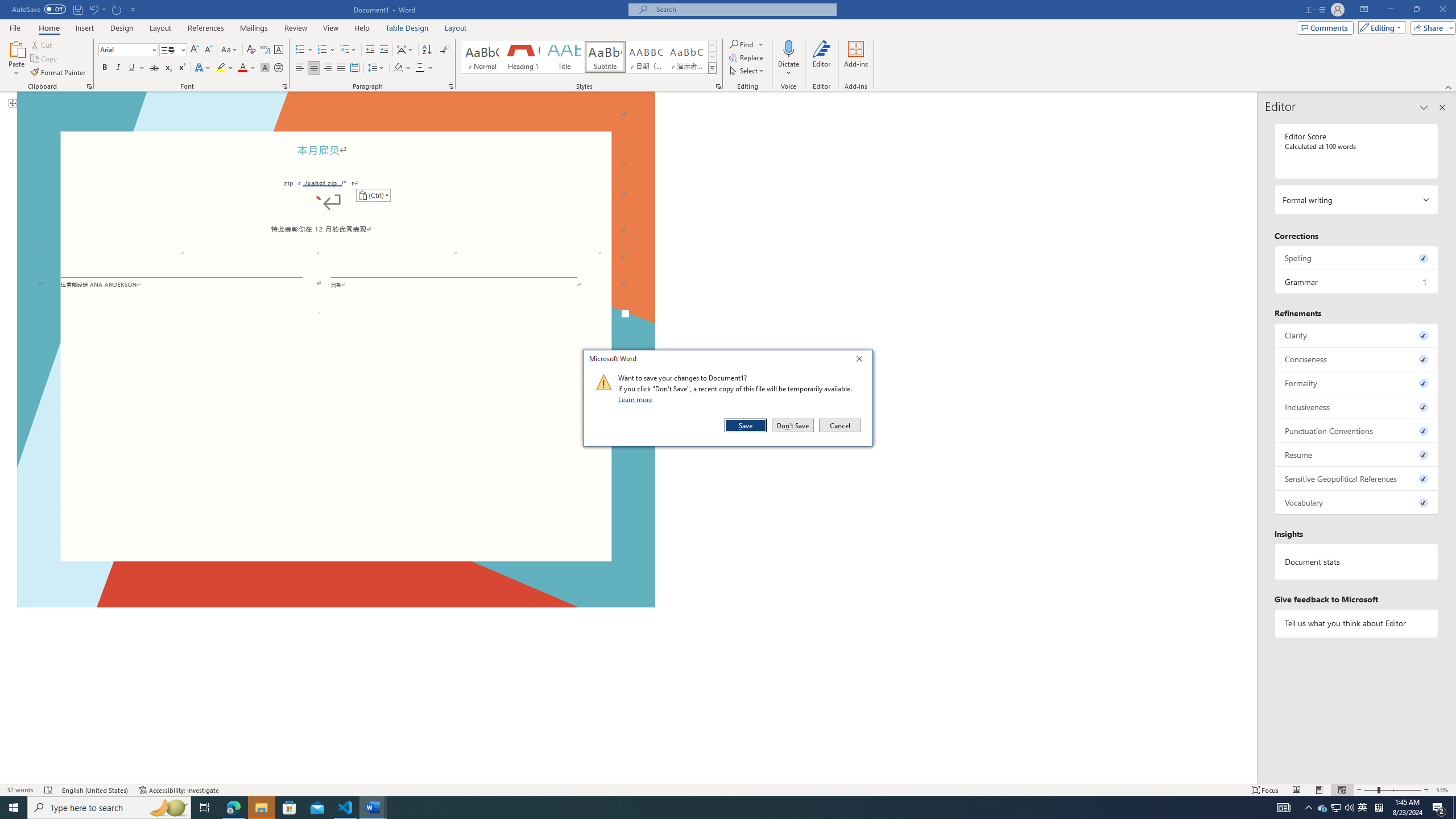  What do you see at coordinates (201, 67) in the screenshot?
I see `'Text Effects and Typography'` at bounding box center [201, 67].